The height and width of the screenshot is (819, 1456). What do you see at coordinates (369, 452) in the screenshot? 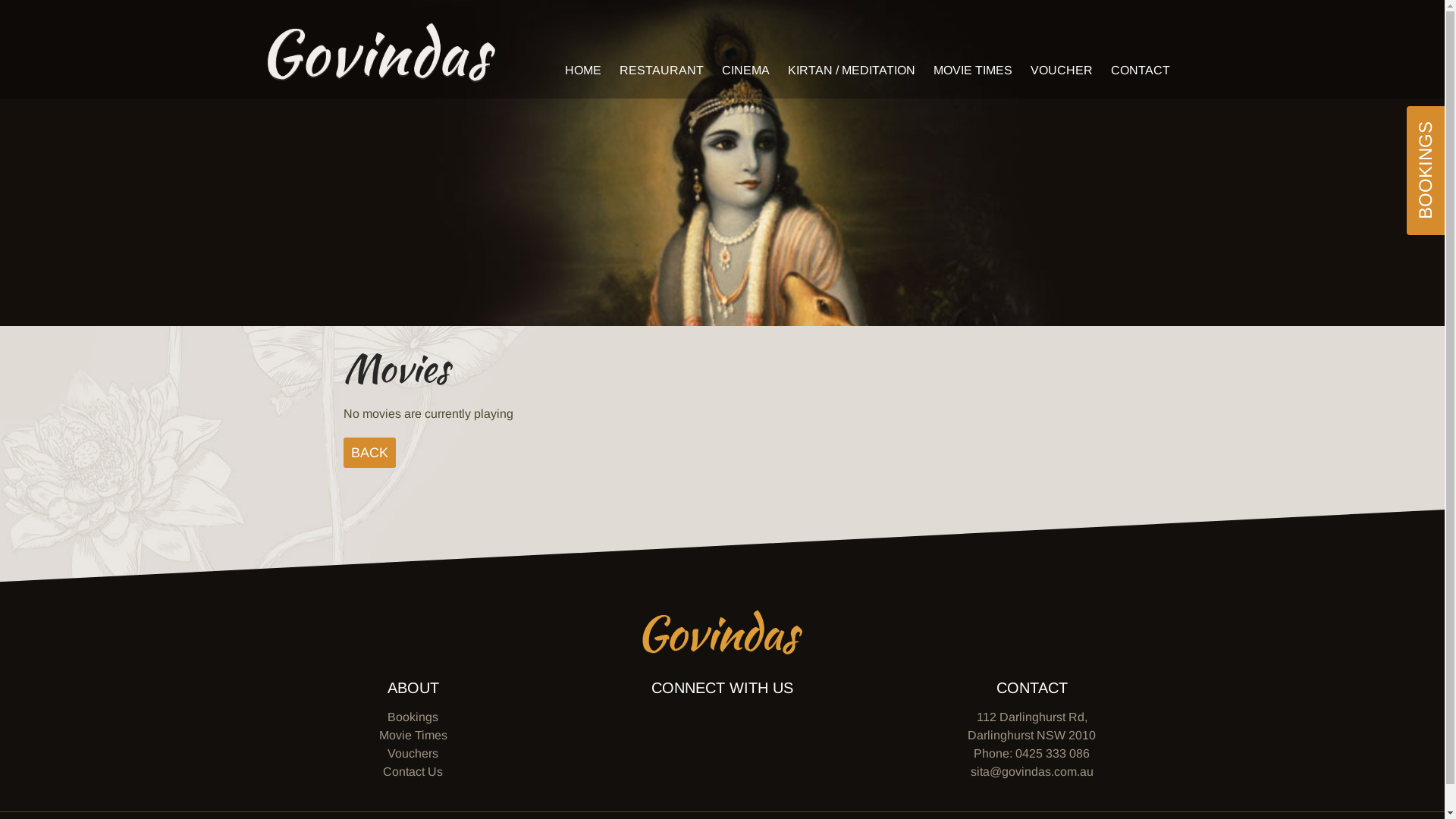
I see `'Back'` at bounding box center [369, 452].